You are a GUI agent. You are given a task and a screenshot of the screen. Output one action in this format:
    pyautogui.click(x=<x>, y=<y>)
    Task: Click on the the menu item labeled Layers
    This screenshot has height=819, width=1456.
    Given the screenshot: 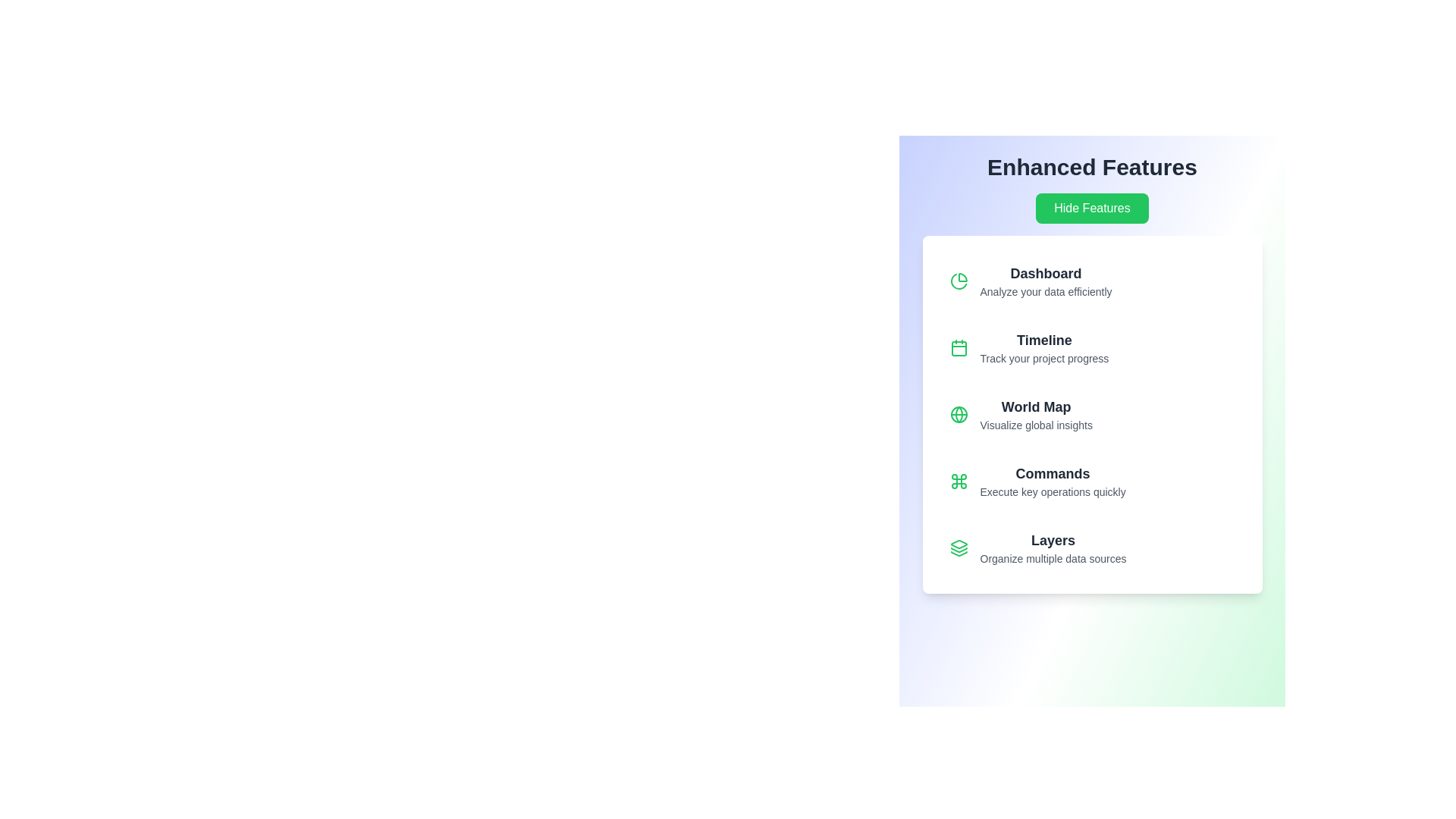 What is the action you would take?
    pyautogui.click(x=1092, y=548)
    